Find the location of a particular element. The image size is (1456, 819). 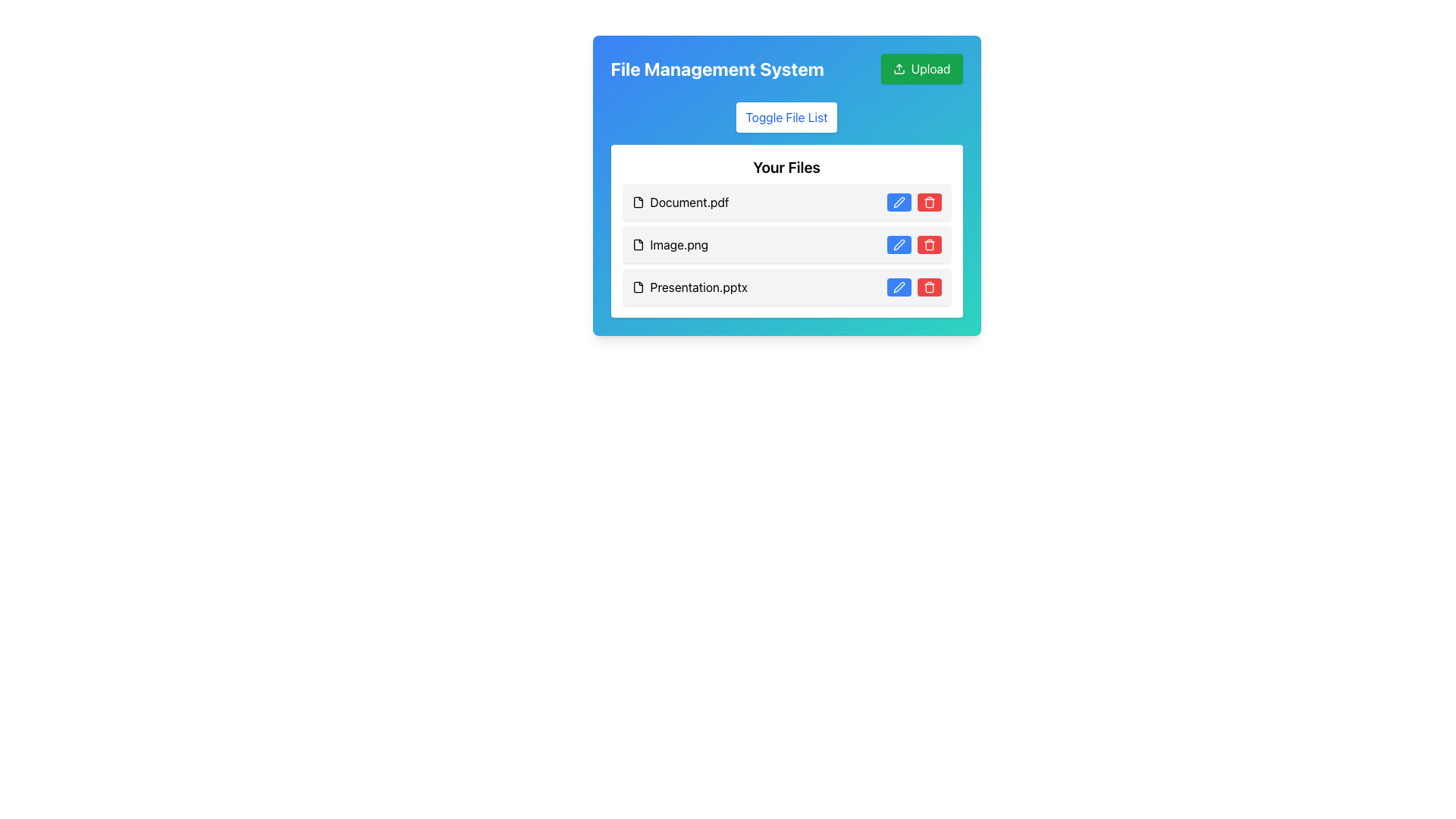

the pen-shaped icon located next to the filename 'Image.png' in the file list is located at coordinates (899, 201).